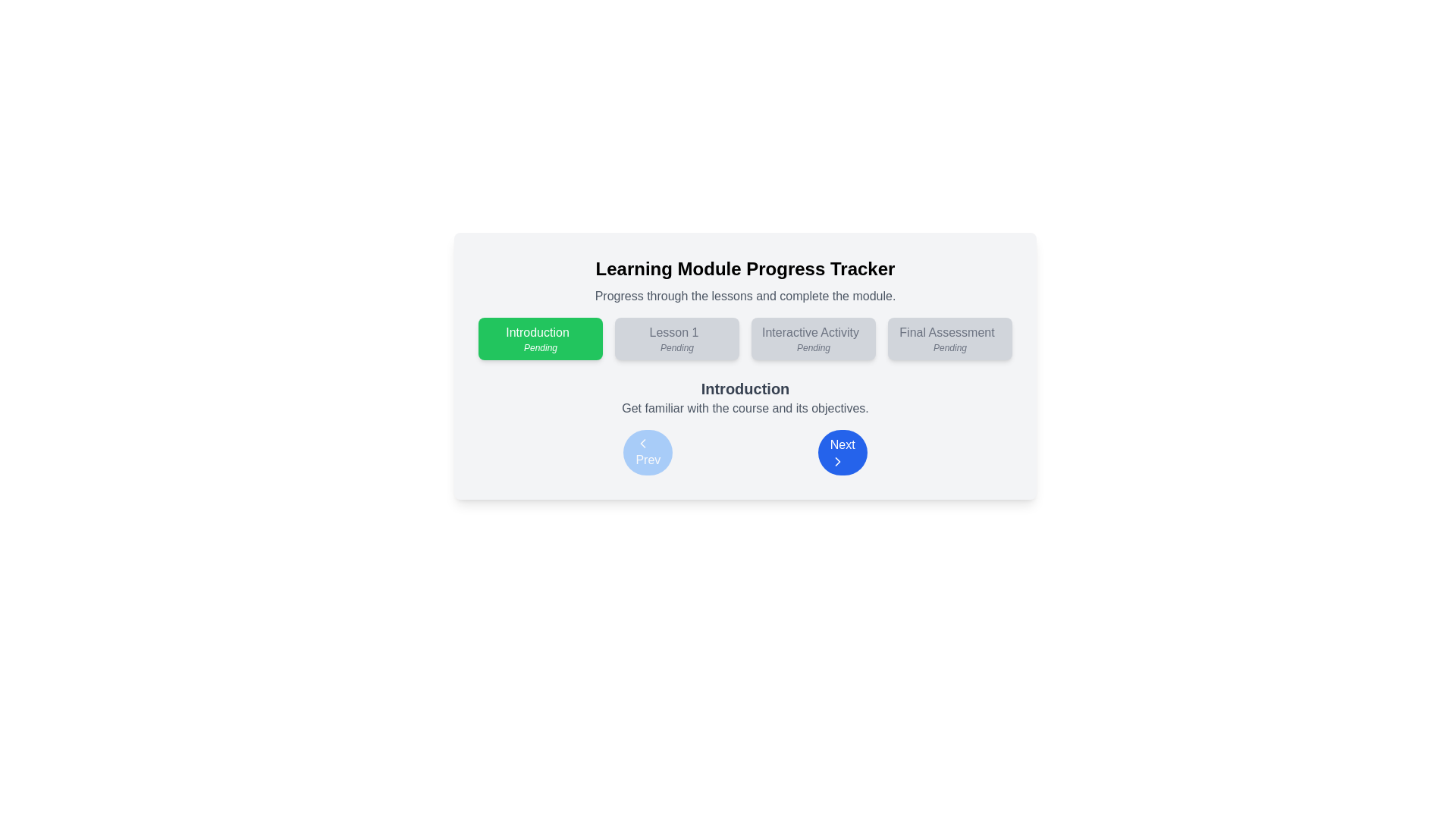 The height and width of the screenshot is (819, 1456). What do you see at coordinates (540, 348) in the screenshot?
I see `the small textual label that reads 'Pending', which is italicized and positioned under the 'Introduction' text inside a green background box` at bounding box center [540, 348].